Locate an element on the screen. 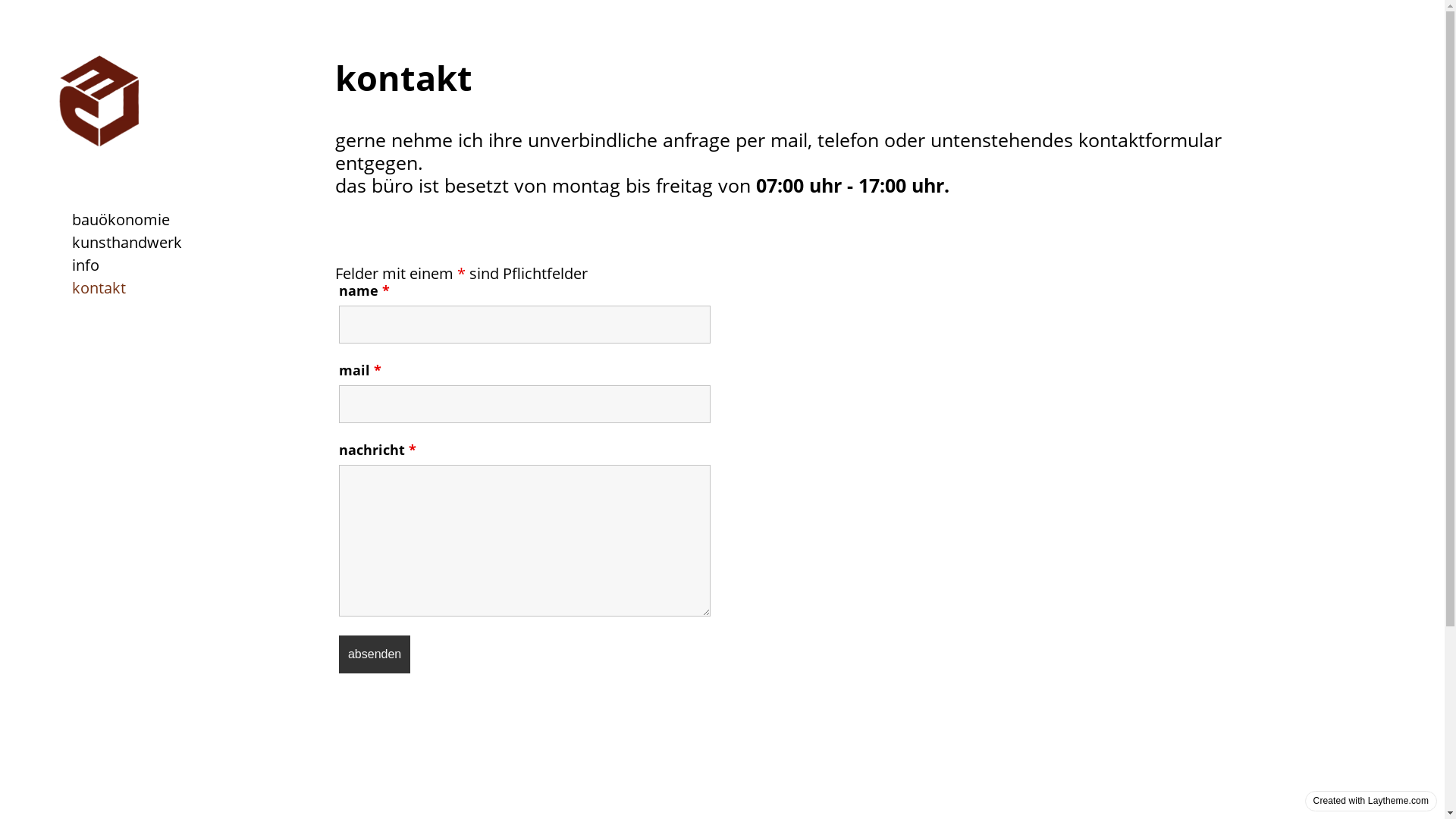  'kunsthandwerk' is located at coordinates (127, 241).